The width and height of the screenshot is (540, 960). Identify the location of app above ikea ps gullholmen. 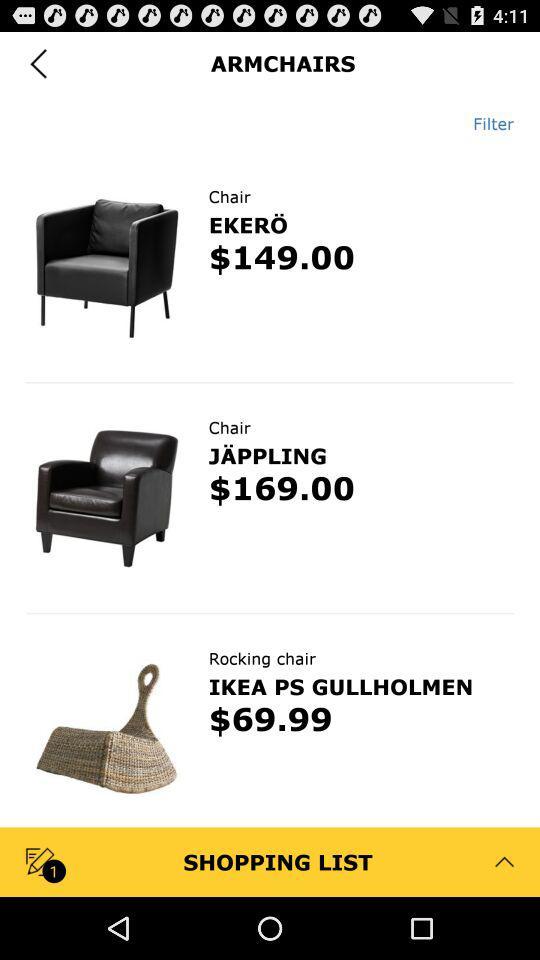
(262, 657).